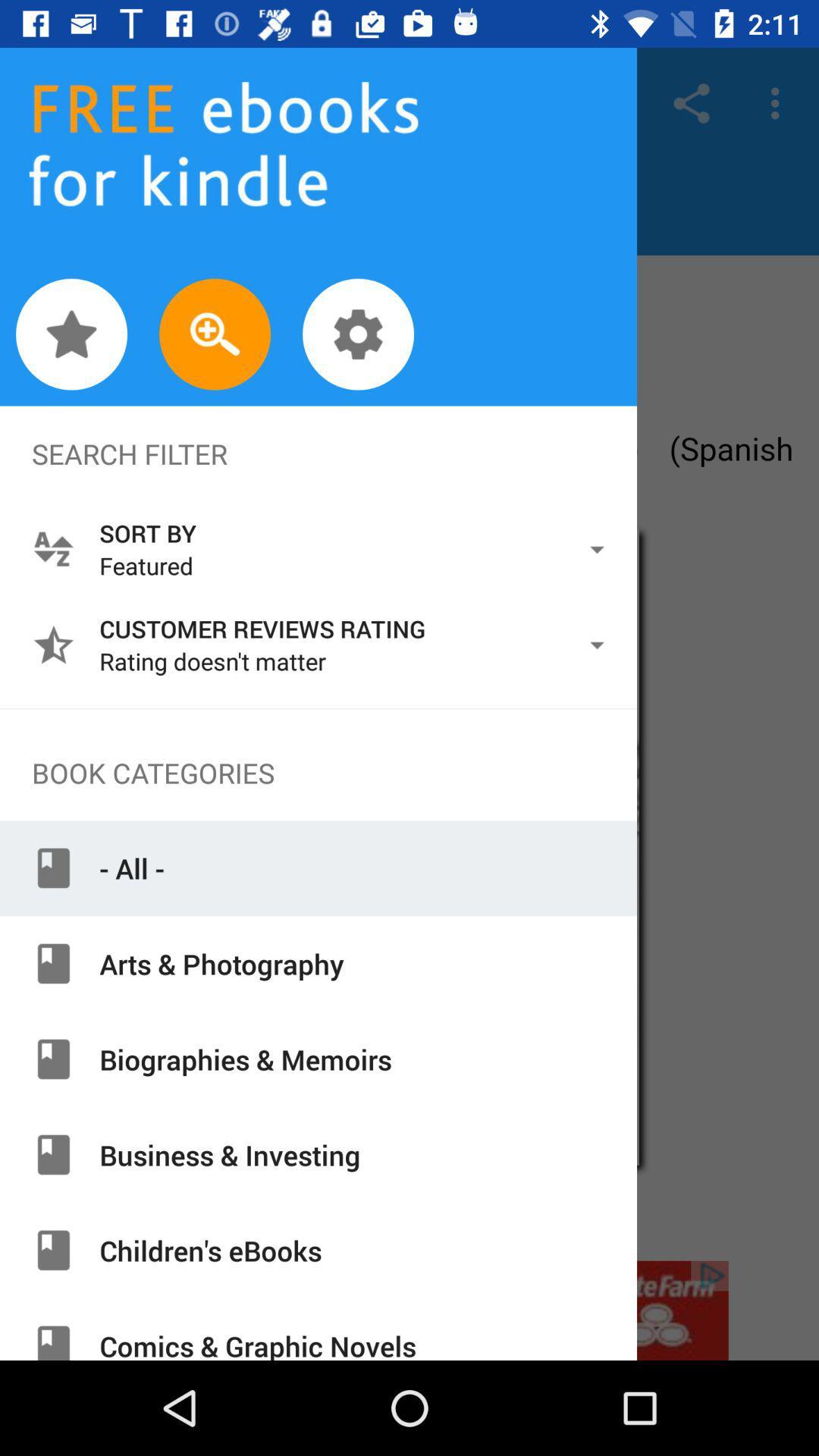 The image size is (819, 1456). I want to click on zoom in, so click(215, 334).